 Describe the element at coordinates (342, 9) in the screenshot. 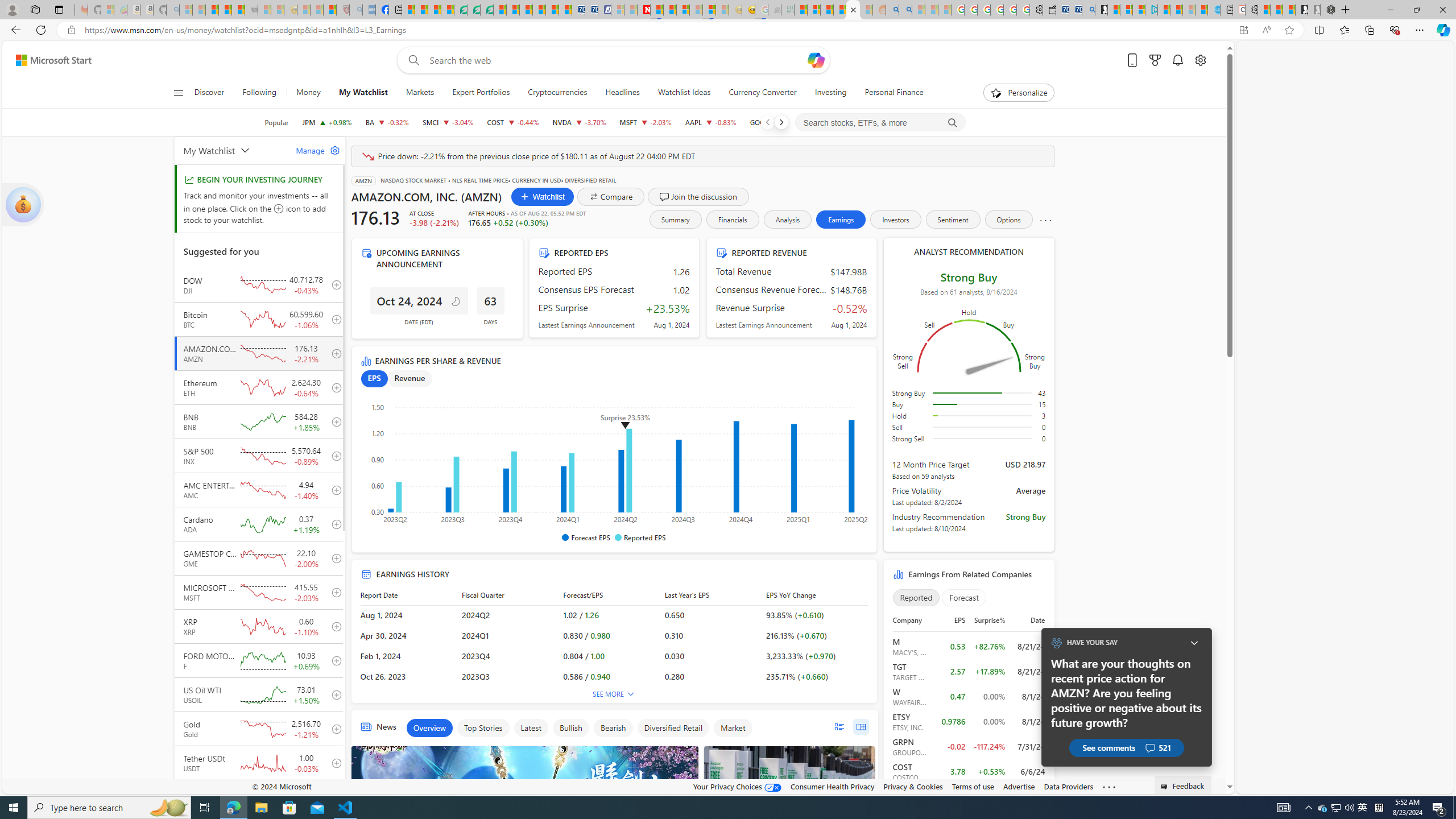

I see `'Robert H. Shmerling, MD - Harvard Health - Sleeping'` at that location.